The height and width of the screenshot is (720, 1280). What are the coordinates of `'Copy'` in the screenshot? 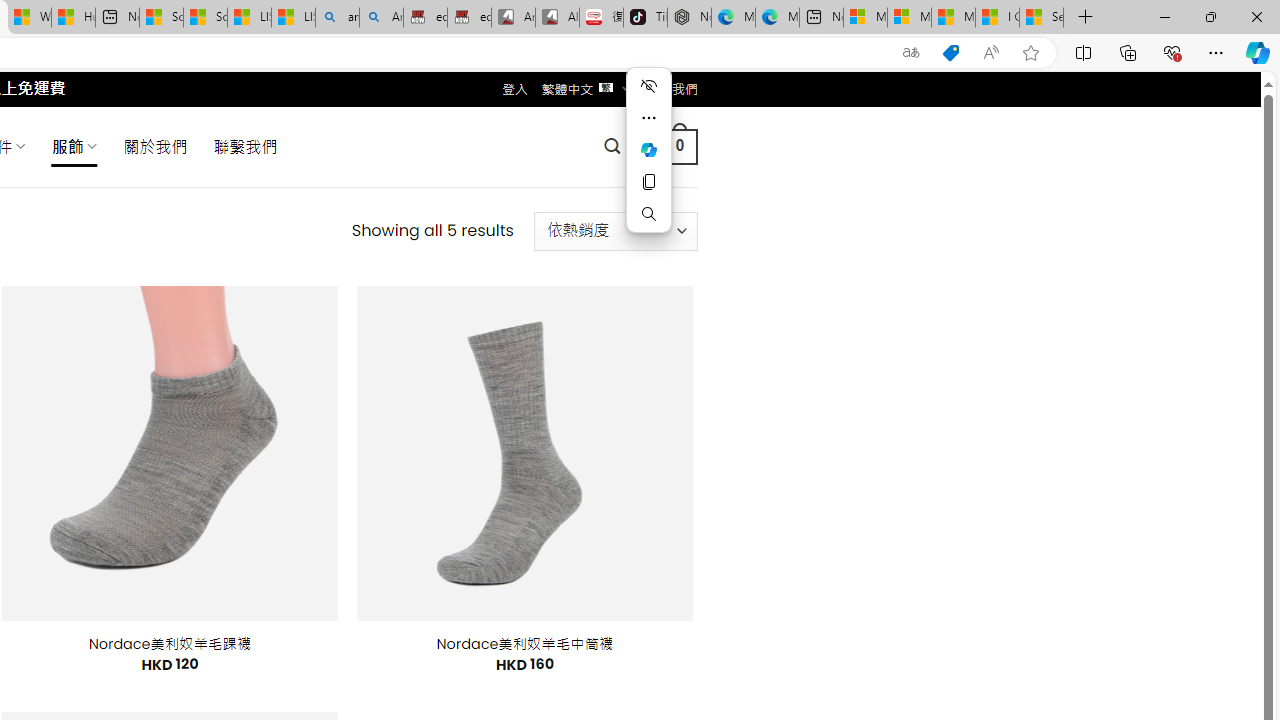 It's located at (648, 182).